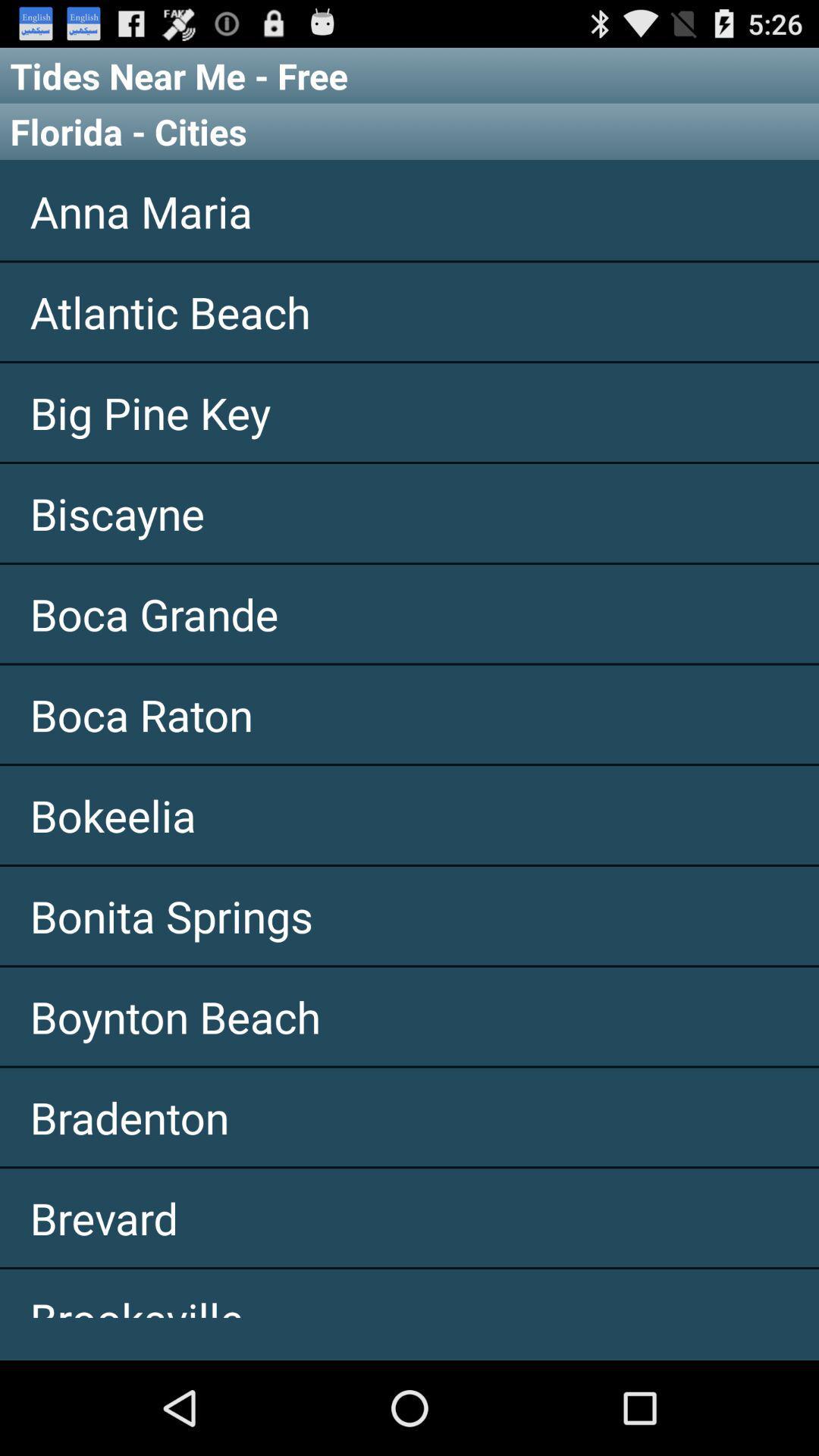 Image resolution: width=819 pixels, height=1456 pixels. I want to click on item below tides near me, so click(409, 131).